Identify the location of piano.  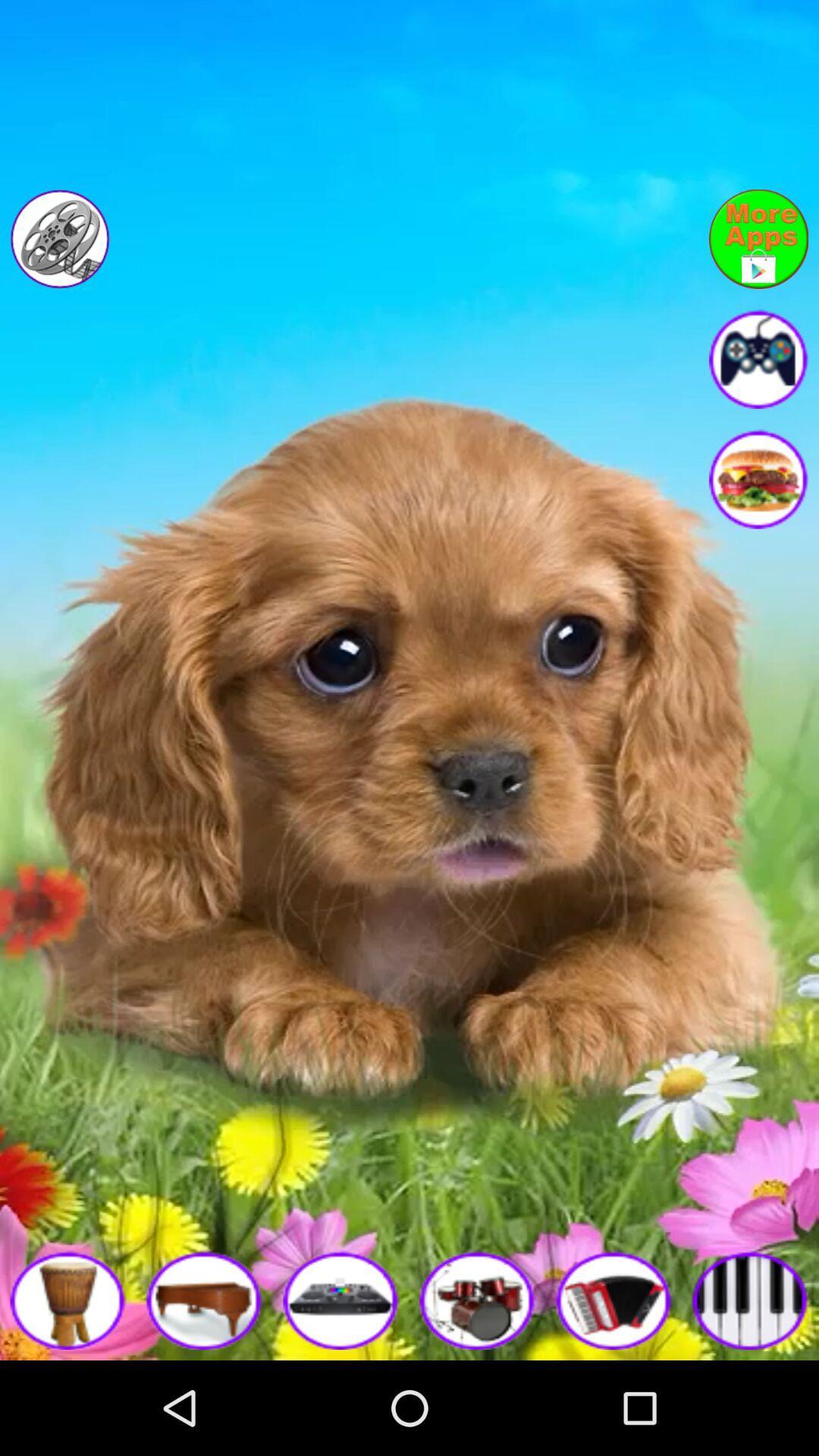
(205, 1299).